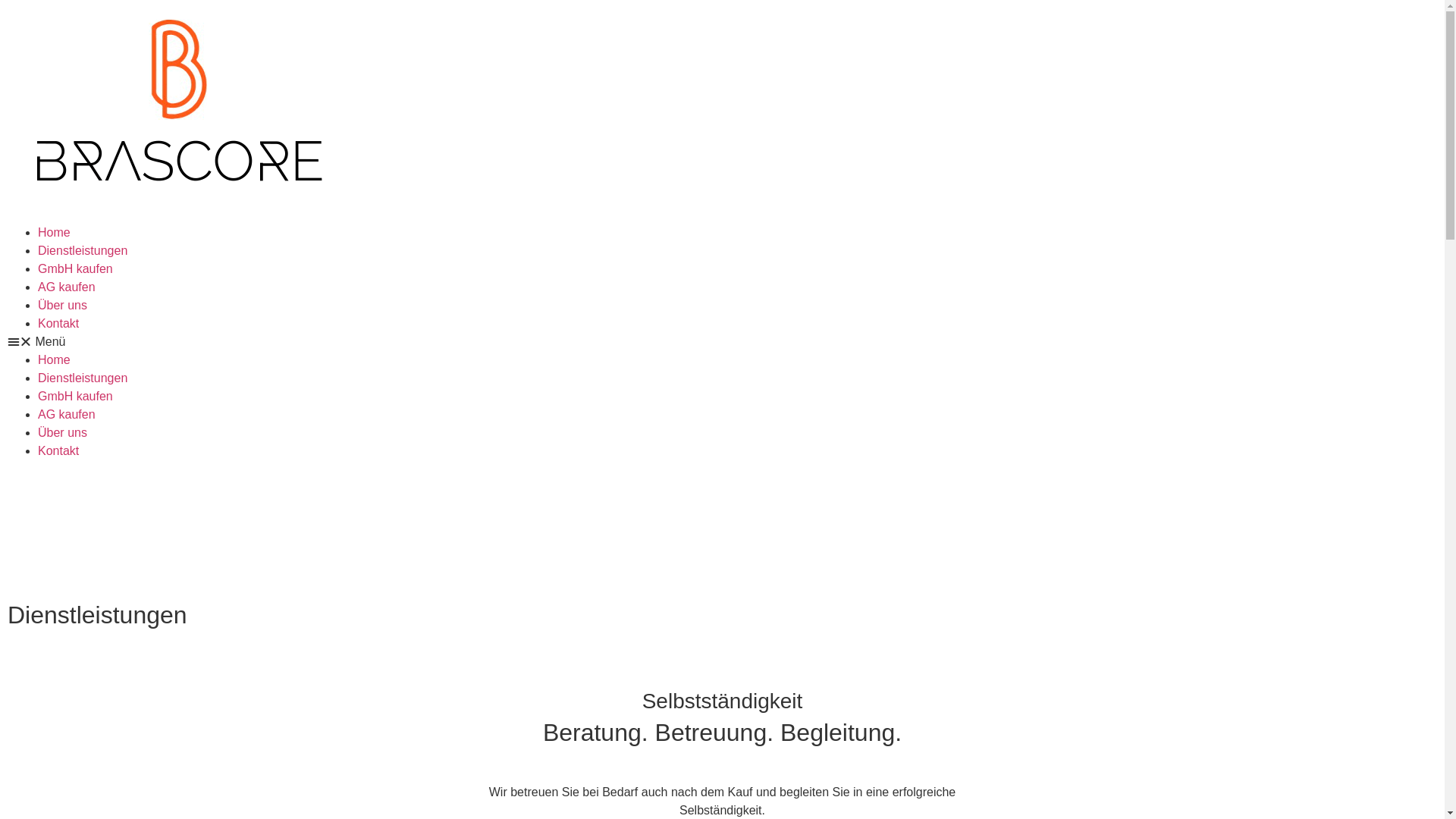  What do you see at coordinates (54, 232) in the screenshot?
I see `'Home'` at bounding box center [54, 232].